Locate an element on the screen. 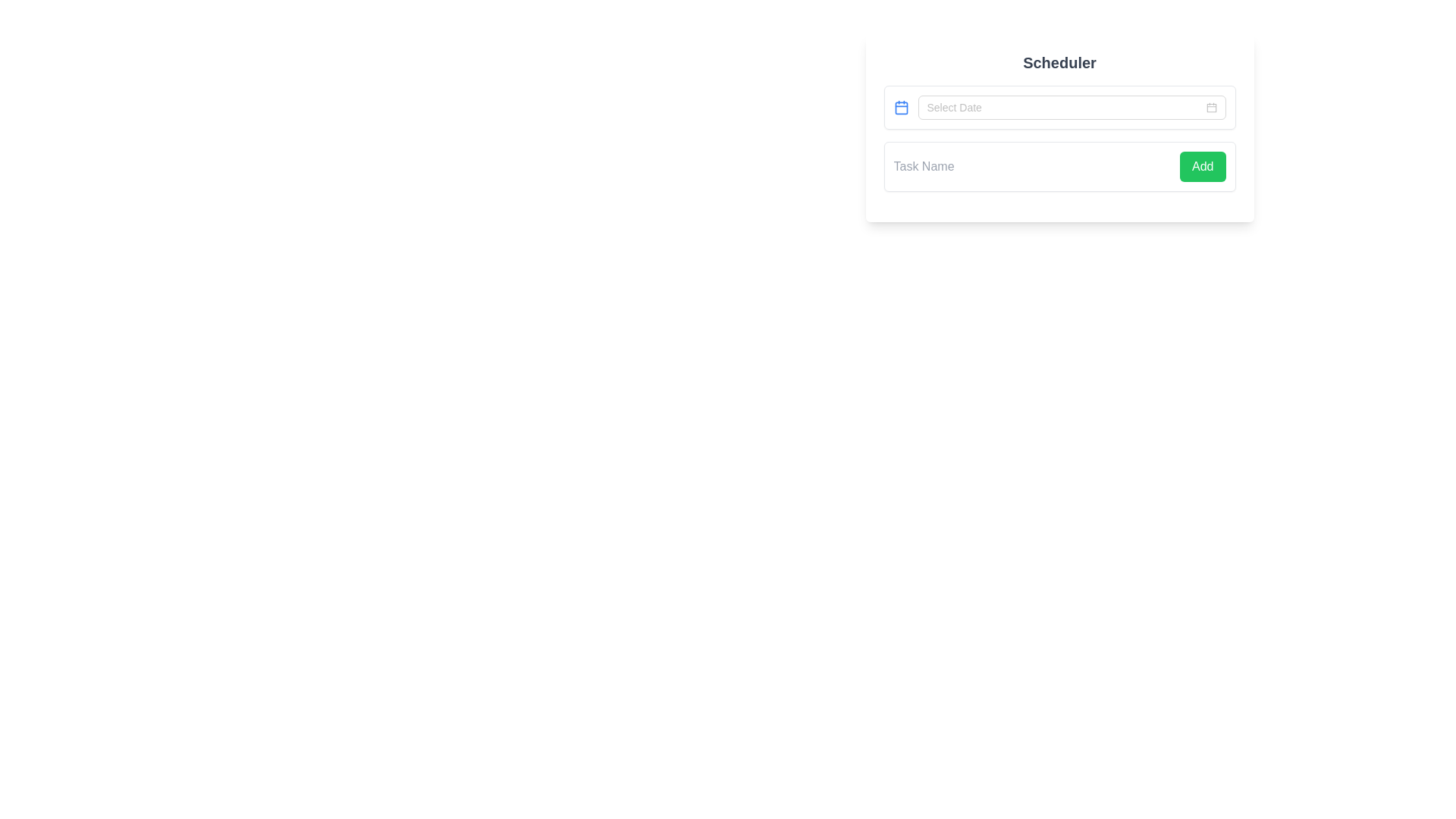  the rectangular background of the calendar icon, which has a blue outline and is located to the left of the 'Select Date' text field is located at coordinates (901, 107).